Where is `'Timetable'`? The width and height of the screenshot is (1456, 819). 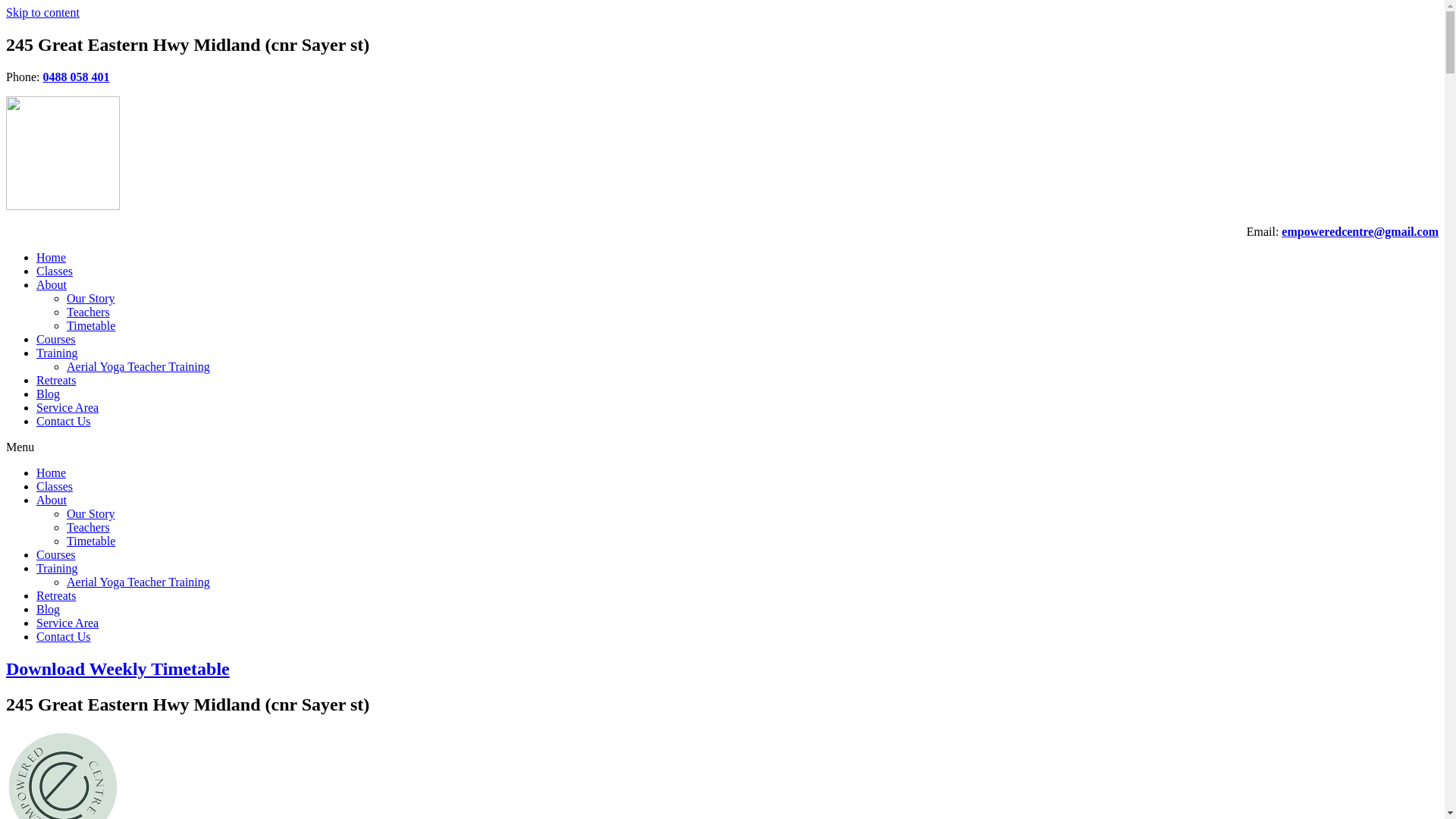 'Timetable' is located at coordinates (90, 325).